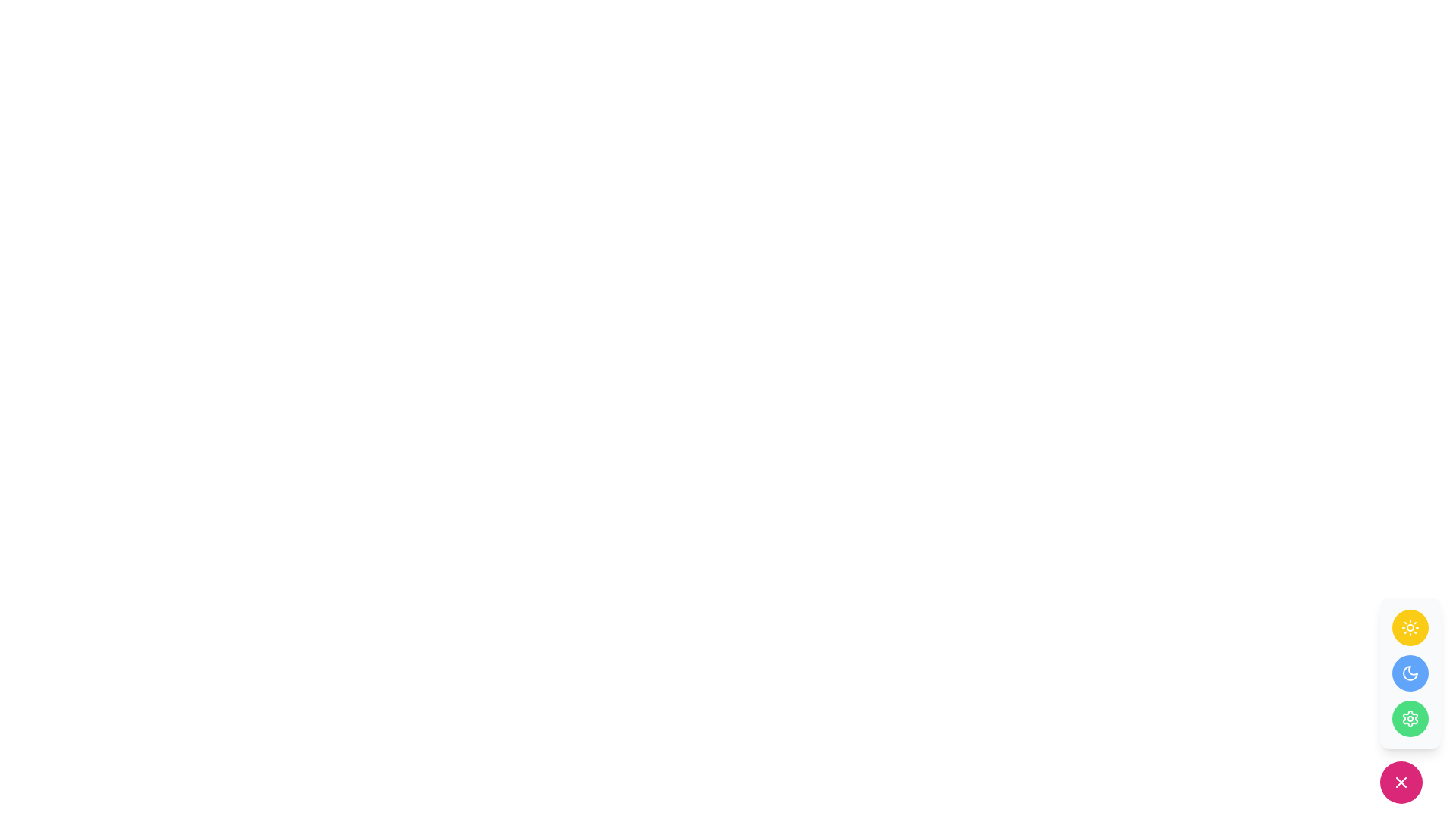  I want to click on the circular icon button with a blue background and a white crescent moon icon, so click(1410, 672).